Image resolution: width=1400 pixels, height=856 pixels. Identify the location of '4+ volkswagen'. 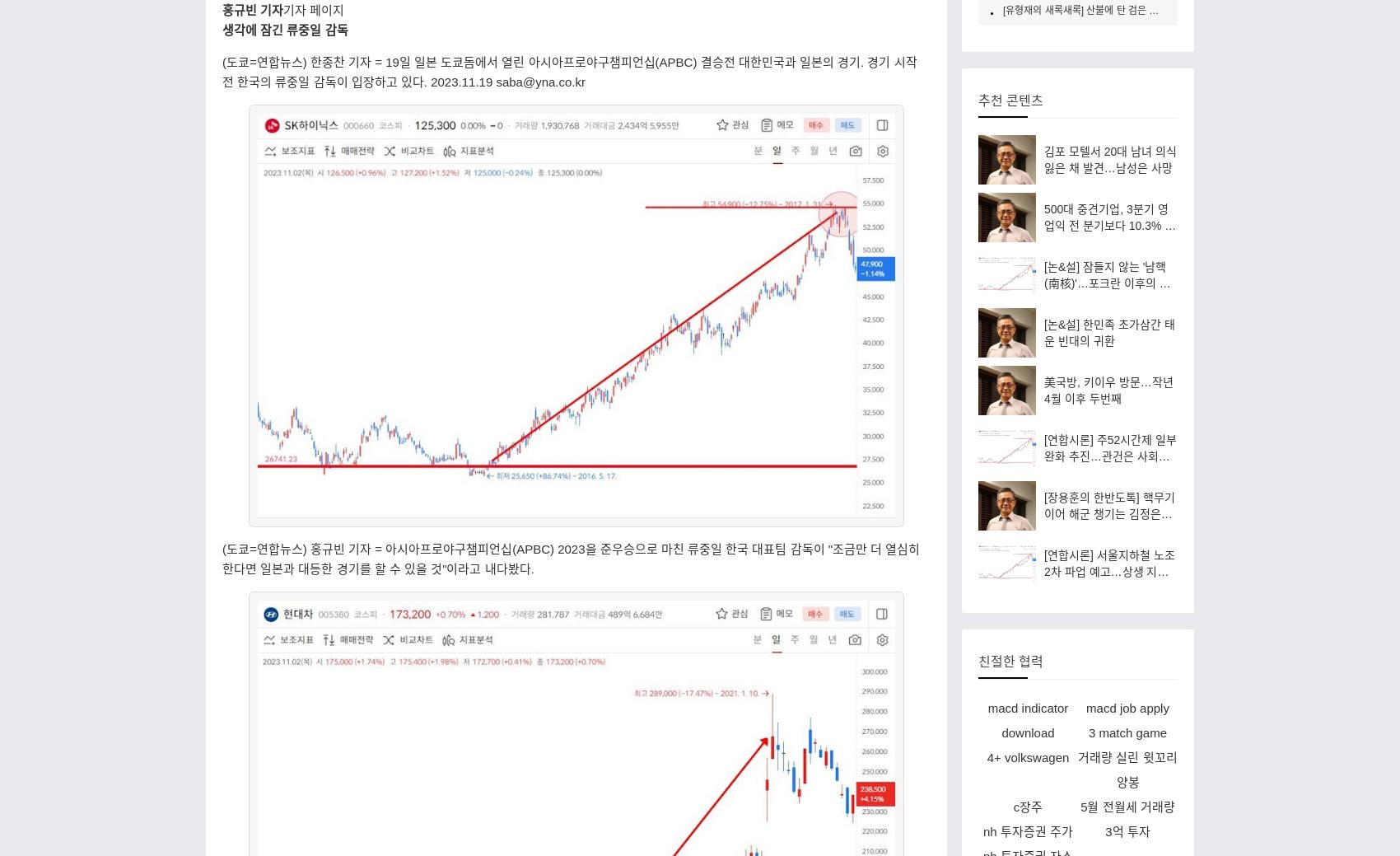
(985, 756).